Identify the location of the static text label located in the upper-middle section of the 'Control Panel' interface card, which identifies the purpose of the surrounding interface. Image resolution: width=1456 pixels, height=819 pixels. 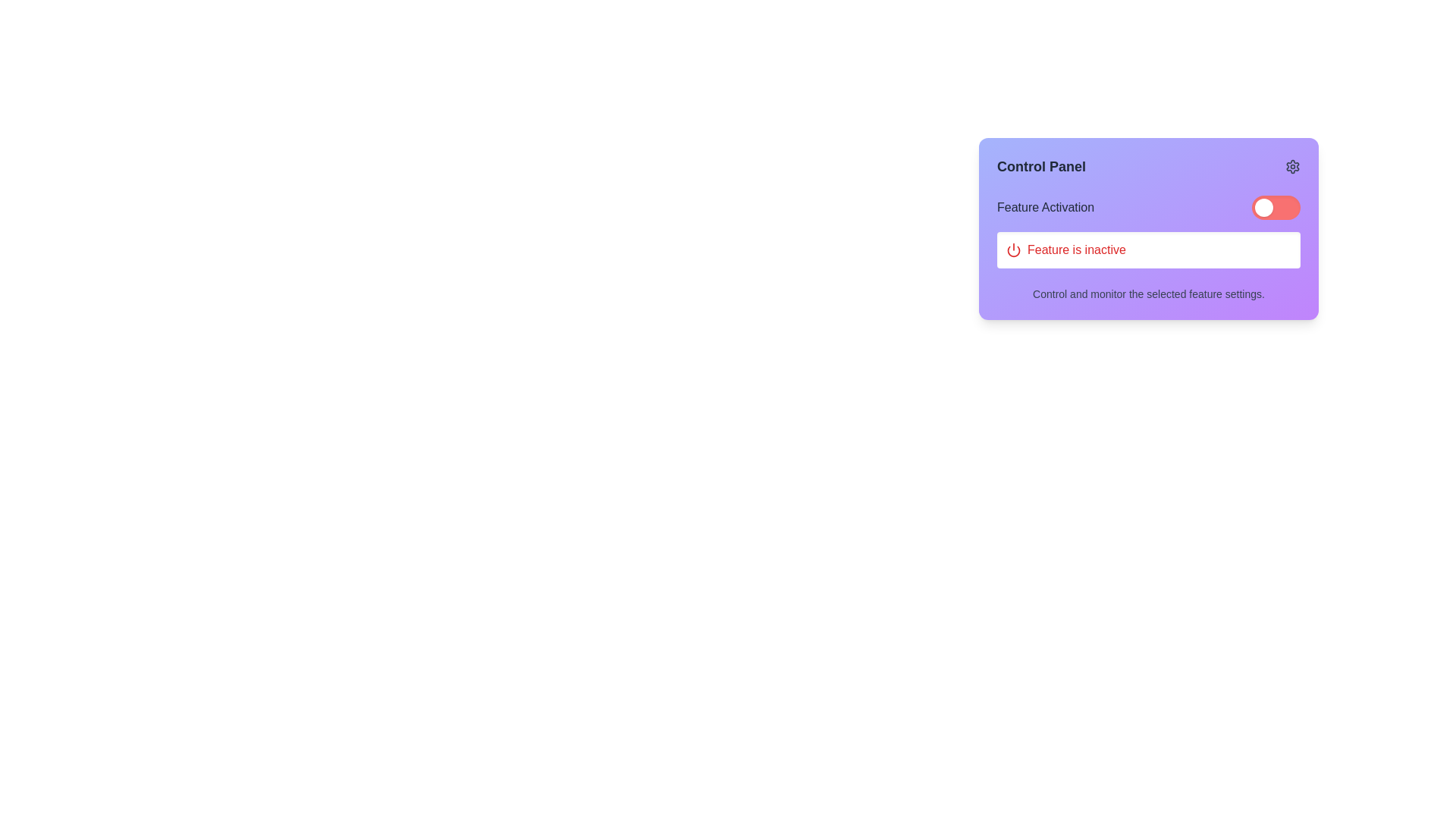
(1044, 207).